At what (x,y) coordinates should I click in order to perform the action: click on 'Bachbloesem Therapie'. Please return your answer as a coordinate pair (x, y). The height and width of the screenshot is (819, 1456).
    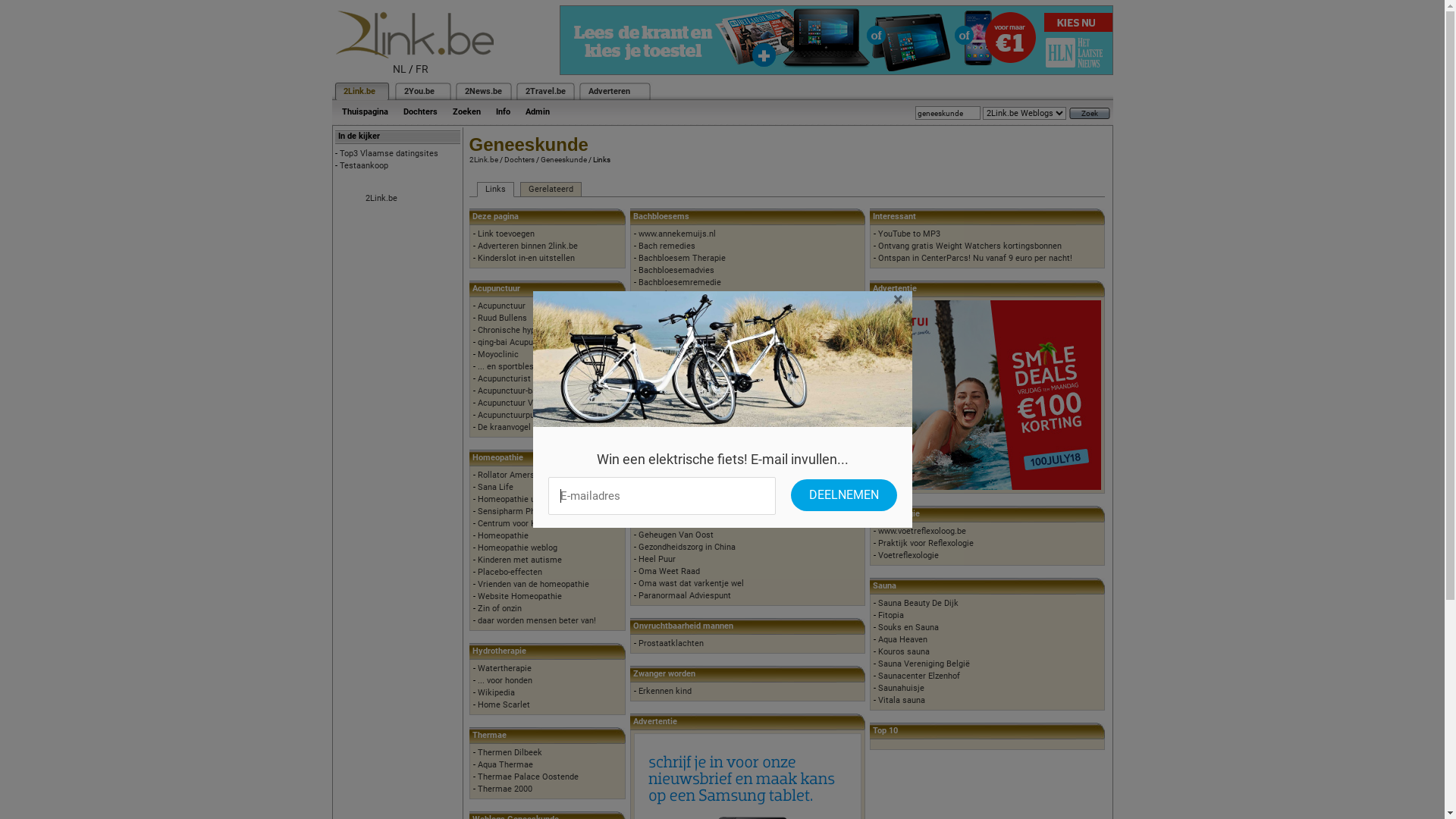
    Looking at the image, I should click on (681, 257).